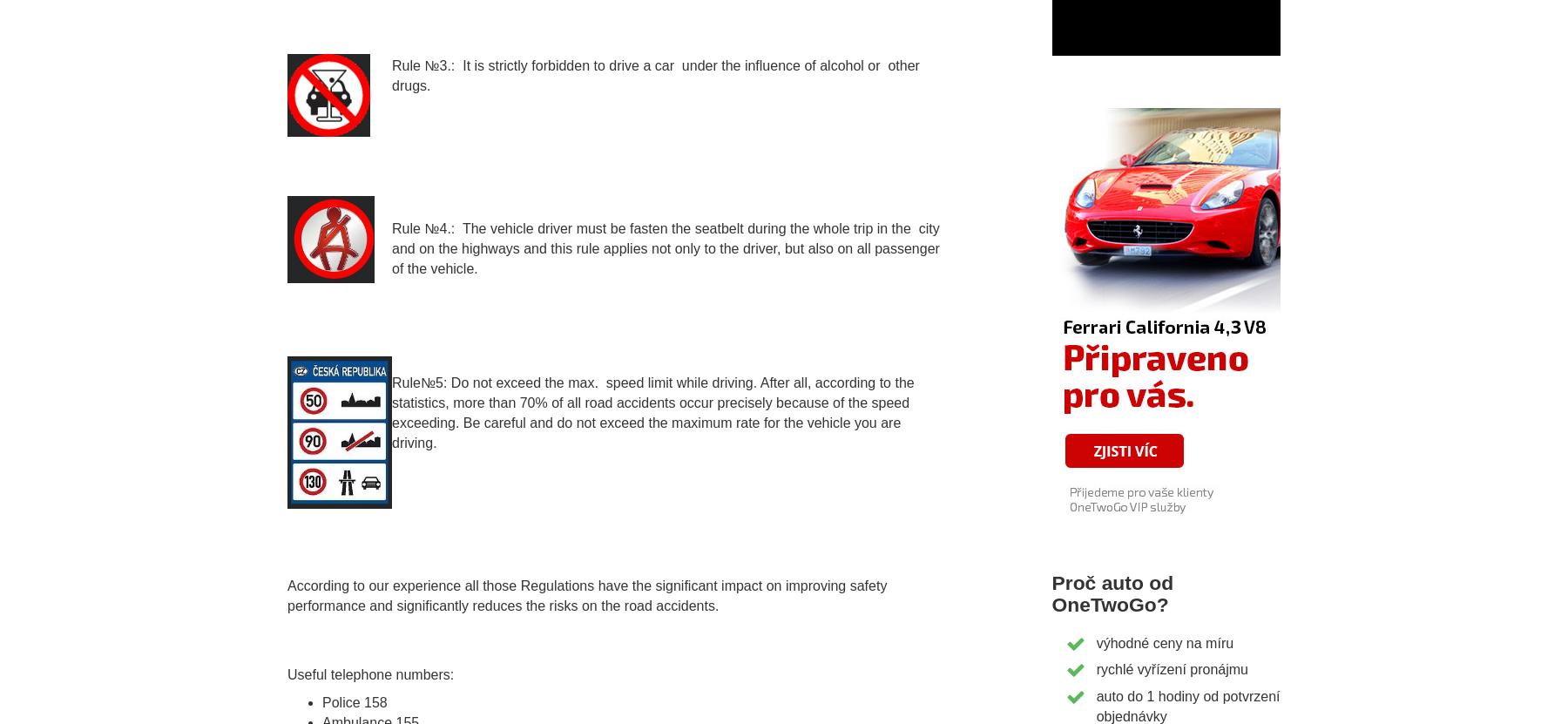 The image size is (1568, 724). What do you see at coordinates (664, 248) in the screenshot?
I see `'Rule №4.:  The vehicle driver must be fasten the seatbelt during the whole trip in the  city and on the highways and this rule applies not only to the driver, but also on all passenger of the vehicle.'` at bounding box center [664, 248].